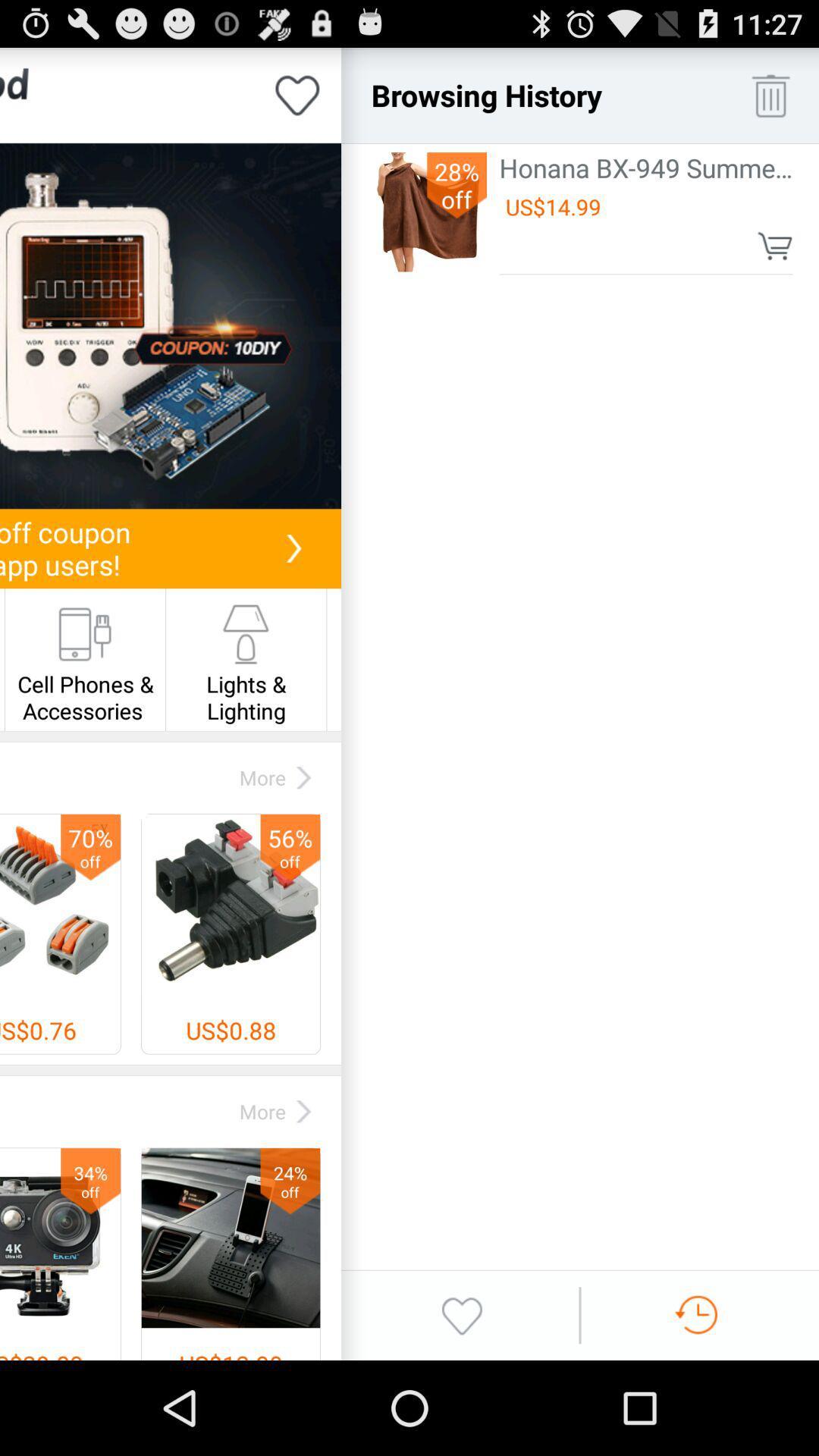  I want to click on the honana bx 949 item, so click(646, 168).